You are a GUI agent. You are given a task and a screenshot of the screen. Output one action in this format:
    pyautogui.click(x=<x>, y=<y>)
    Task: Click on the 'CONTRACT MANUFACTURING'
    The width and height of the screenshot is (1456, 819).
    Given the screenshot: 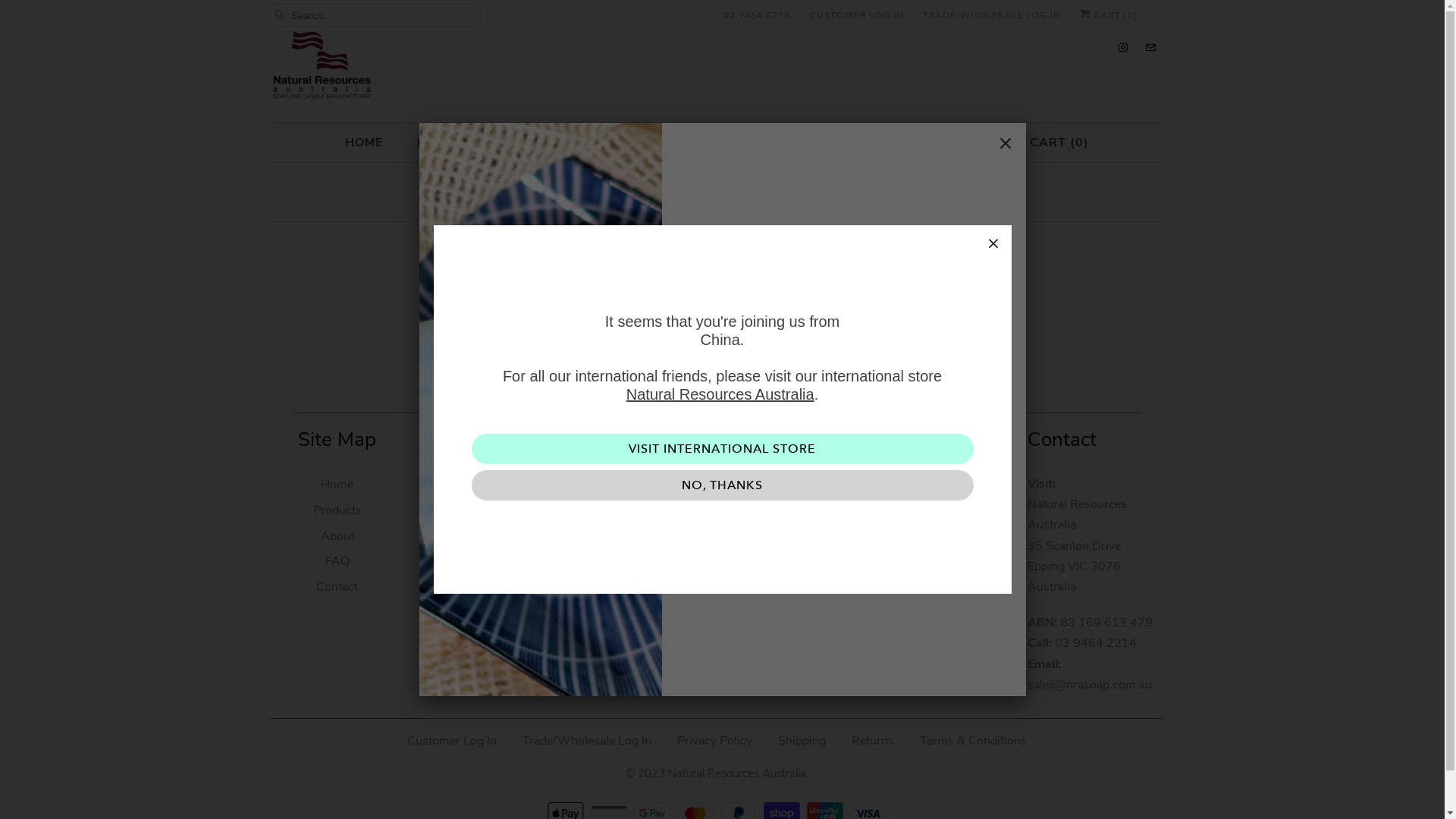 What is the action you would take?
    pyautogui.click(x=724, y=143)
    